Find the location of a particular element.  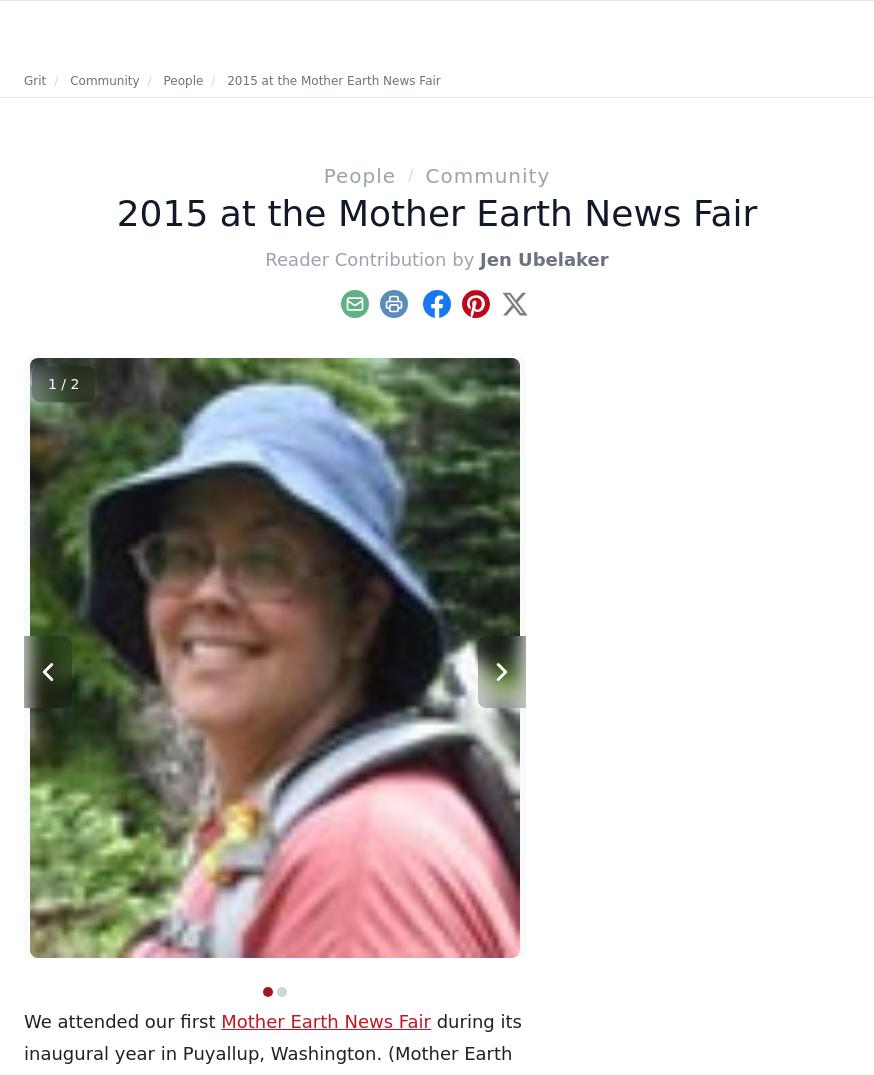

'MOTHER EARTH NEWS 2019 FAIR T-SHIRT, MEN'S CUT' is located at coordinates (138, 379).